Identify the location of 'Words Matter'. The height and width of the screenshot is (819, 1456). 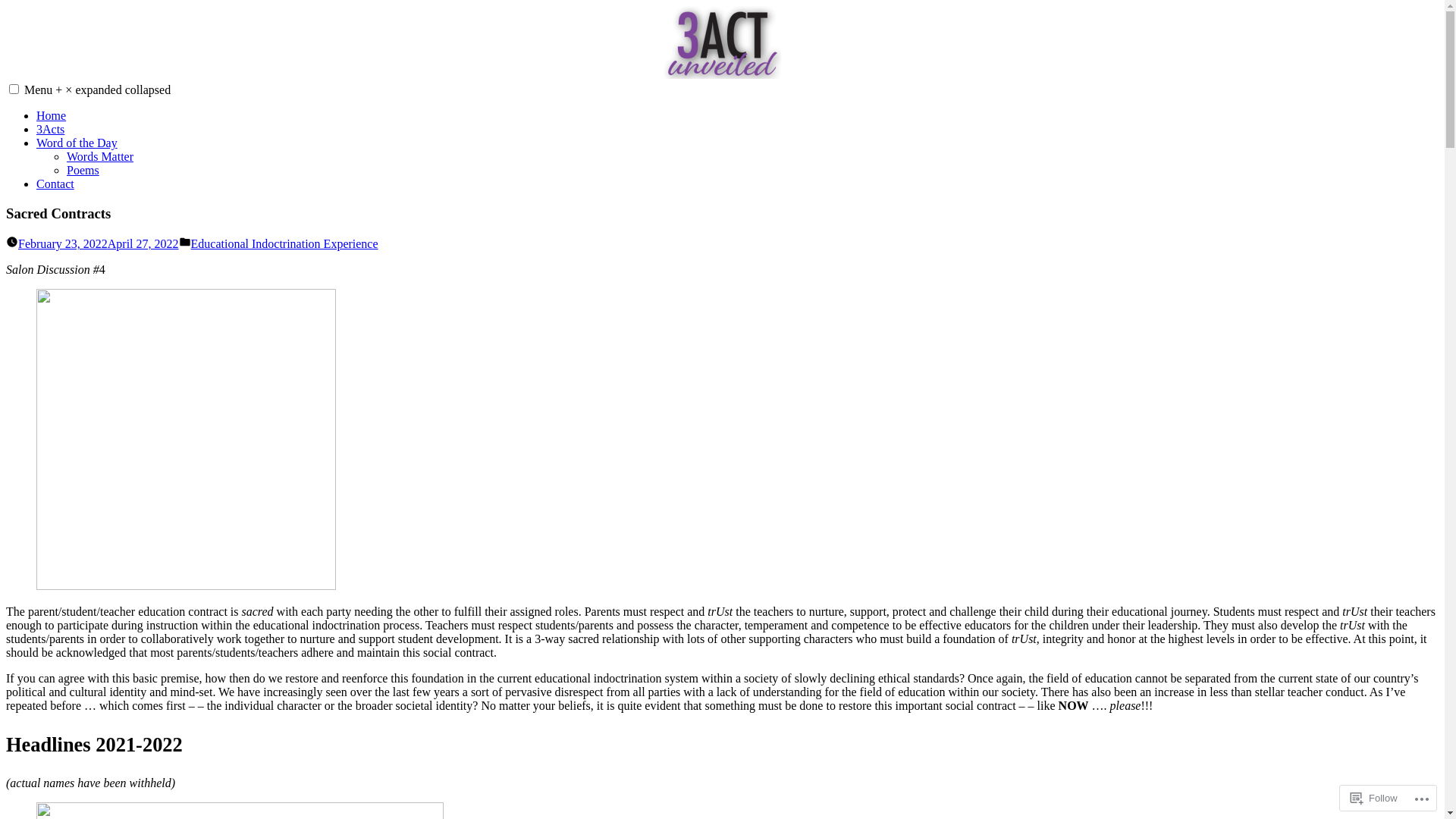
(99, 156).